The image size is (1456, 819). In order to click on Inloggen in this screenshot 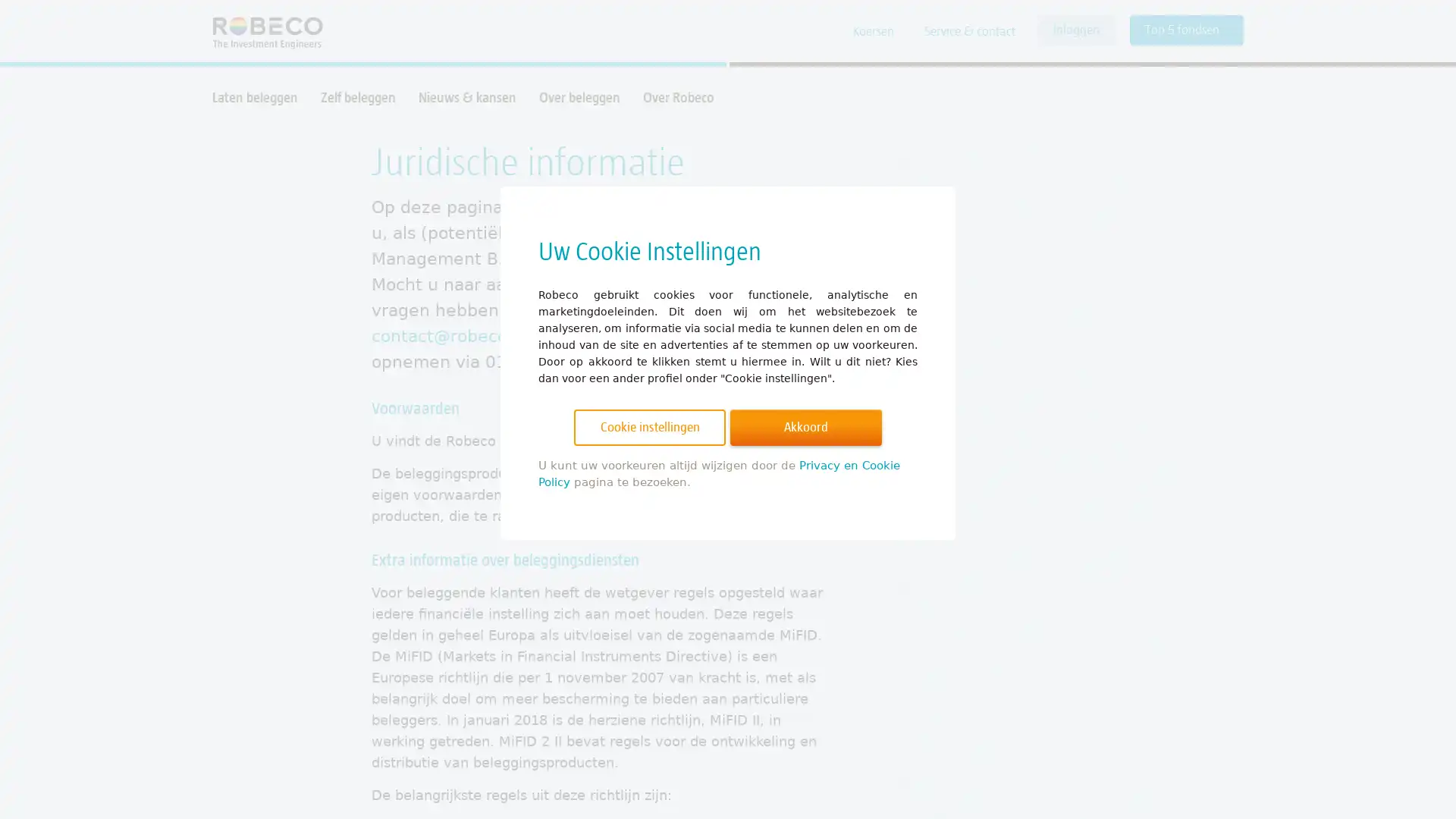, I will do `click(1075, 30)`.